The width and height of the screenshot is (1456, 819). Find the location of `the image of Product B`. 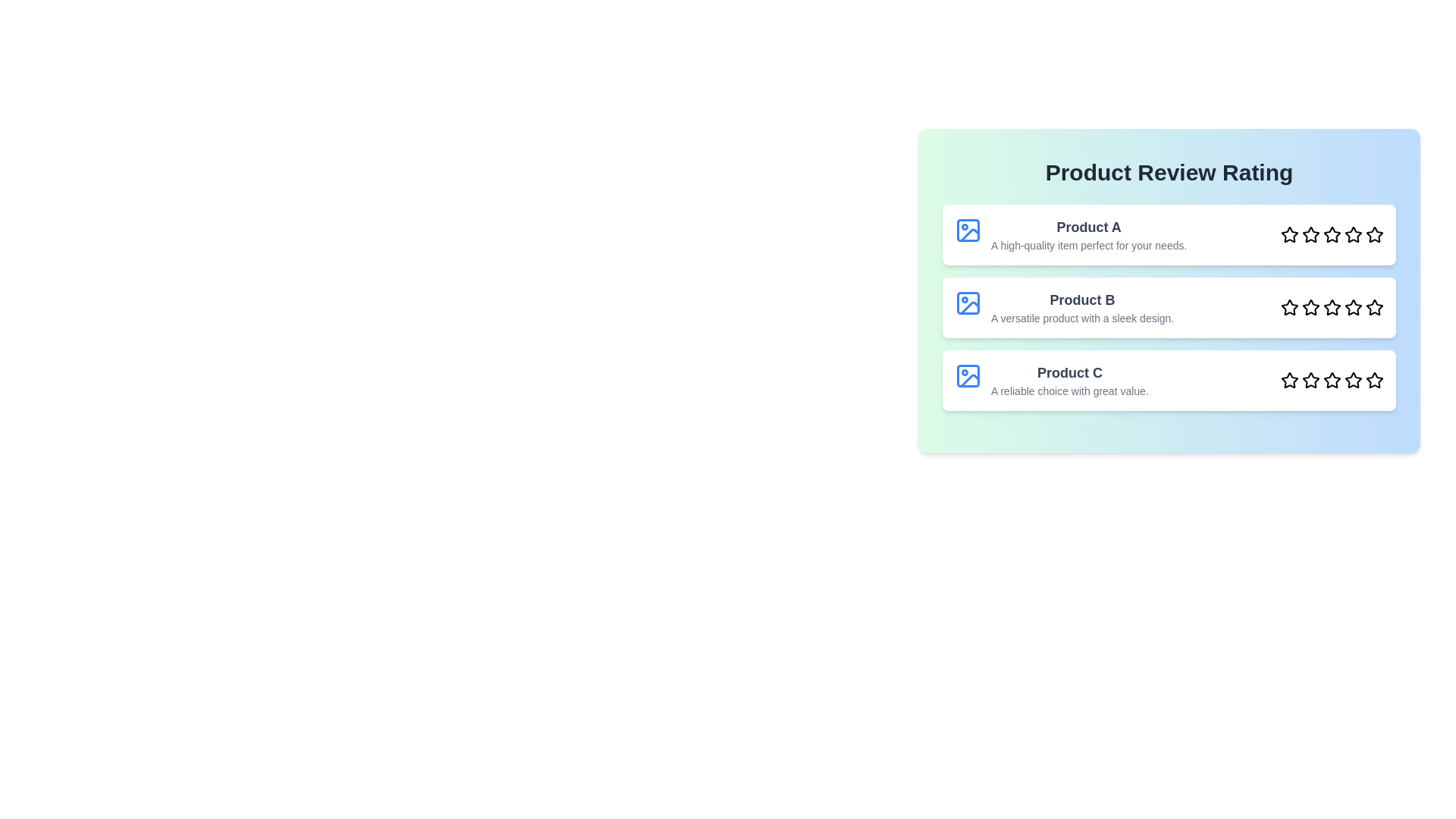

the image of Product B is located at coordinates (967, 303).